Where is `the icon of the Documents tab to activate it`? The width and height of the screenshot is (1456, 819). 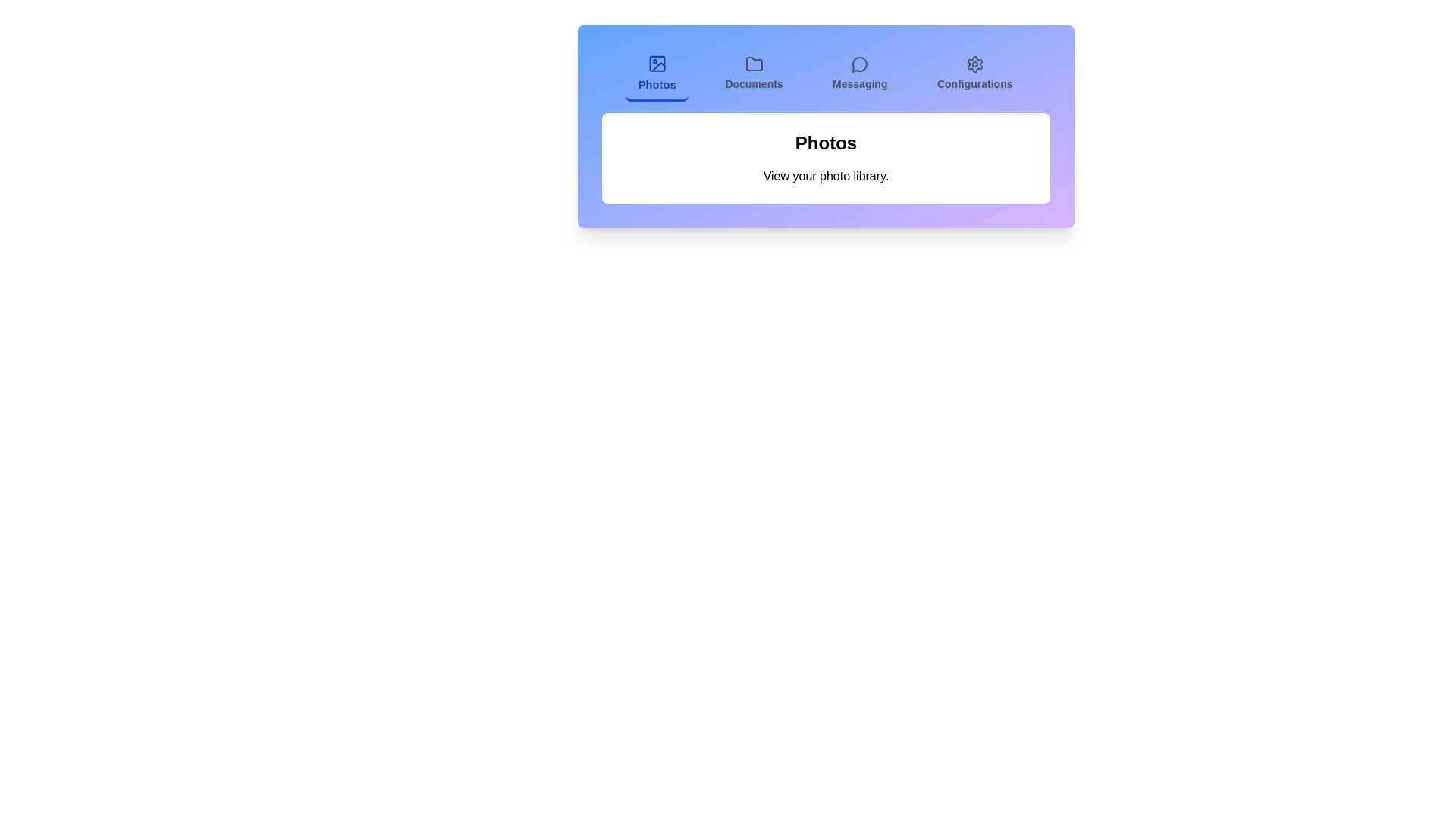 the icon of the Documents tab to activate it is located at coordinates (753, 63).